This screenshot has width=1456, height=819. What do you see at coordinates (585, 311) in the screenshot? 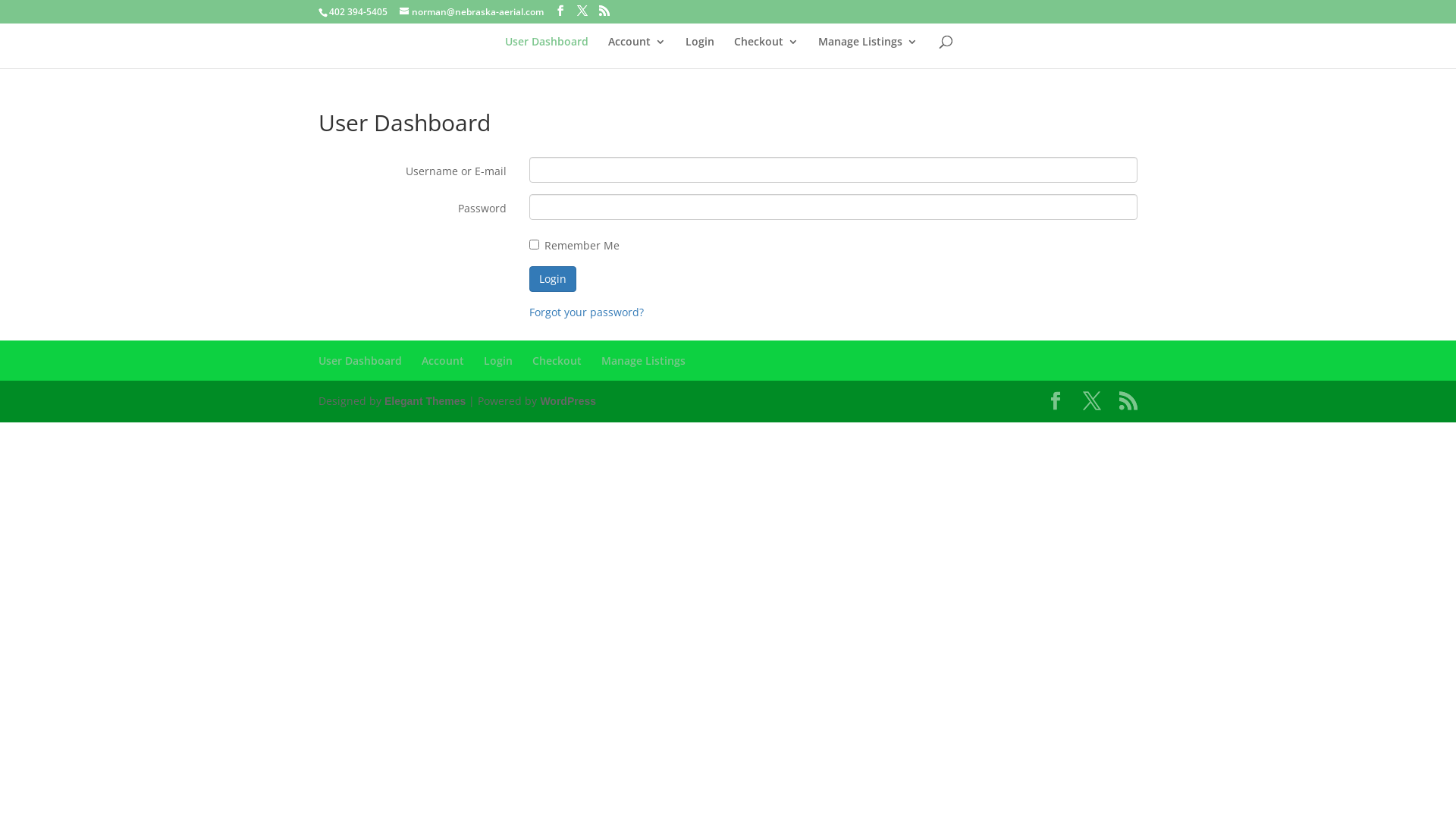
I see `'Forgot your password?'` at bounding box center [585, 311].